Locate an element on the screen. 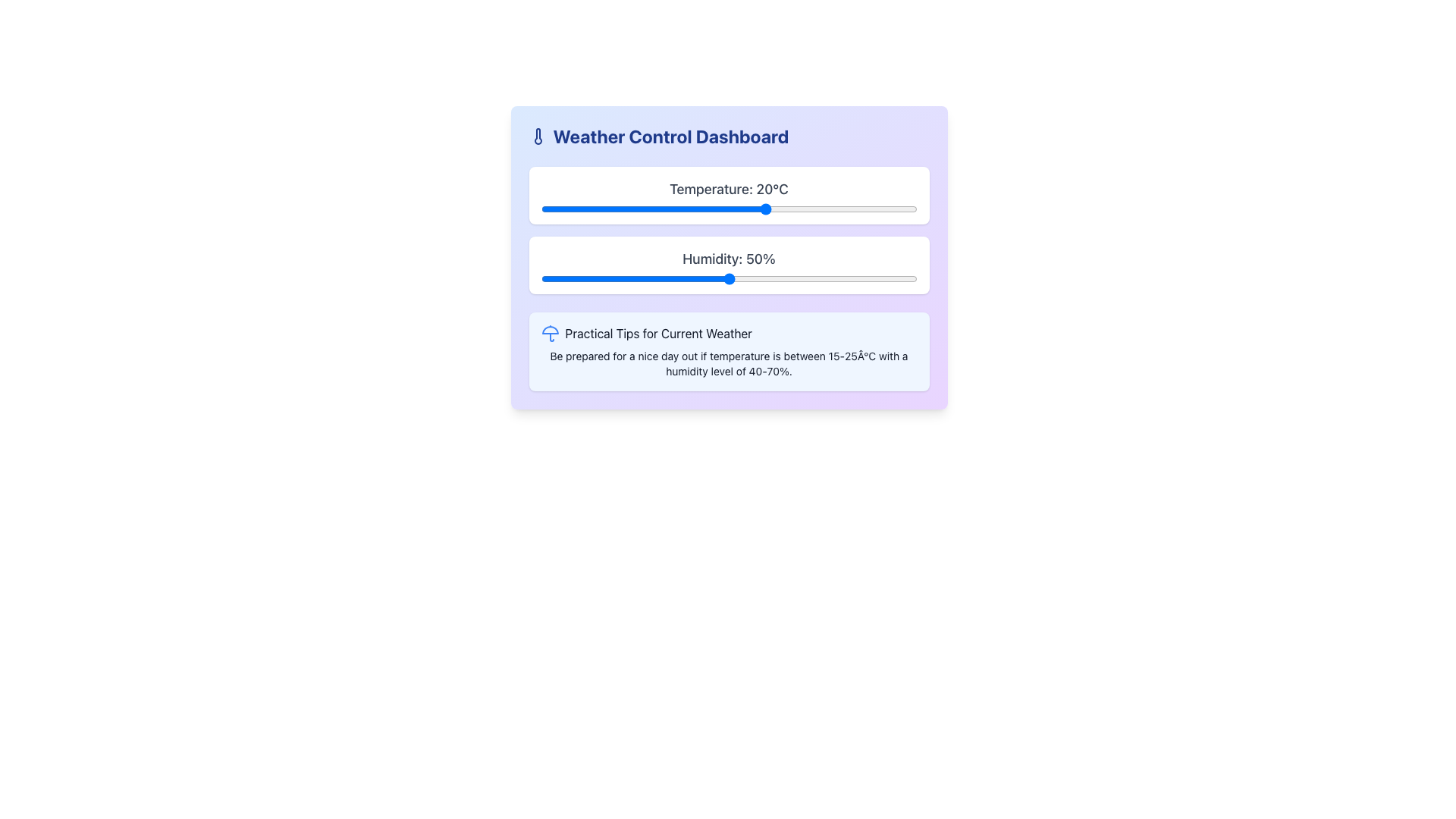 Image resolution: width=1456 pixels, height=819 pixels. the vertical line segment that represents the umbrella's handle in the weather-related icon is located at coordinates (551, 336).